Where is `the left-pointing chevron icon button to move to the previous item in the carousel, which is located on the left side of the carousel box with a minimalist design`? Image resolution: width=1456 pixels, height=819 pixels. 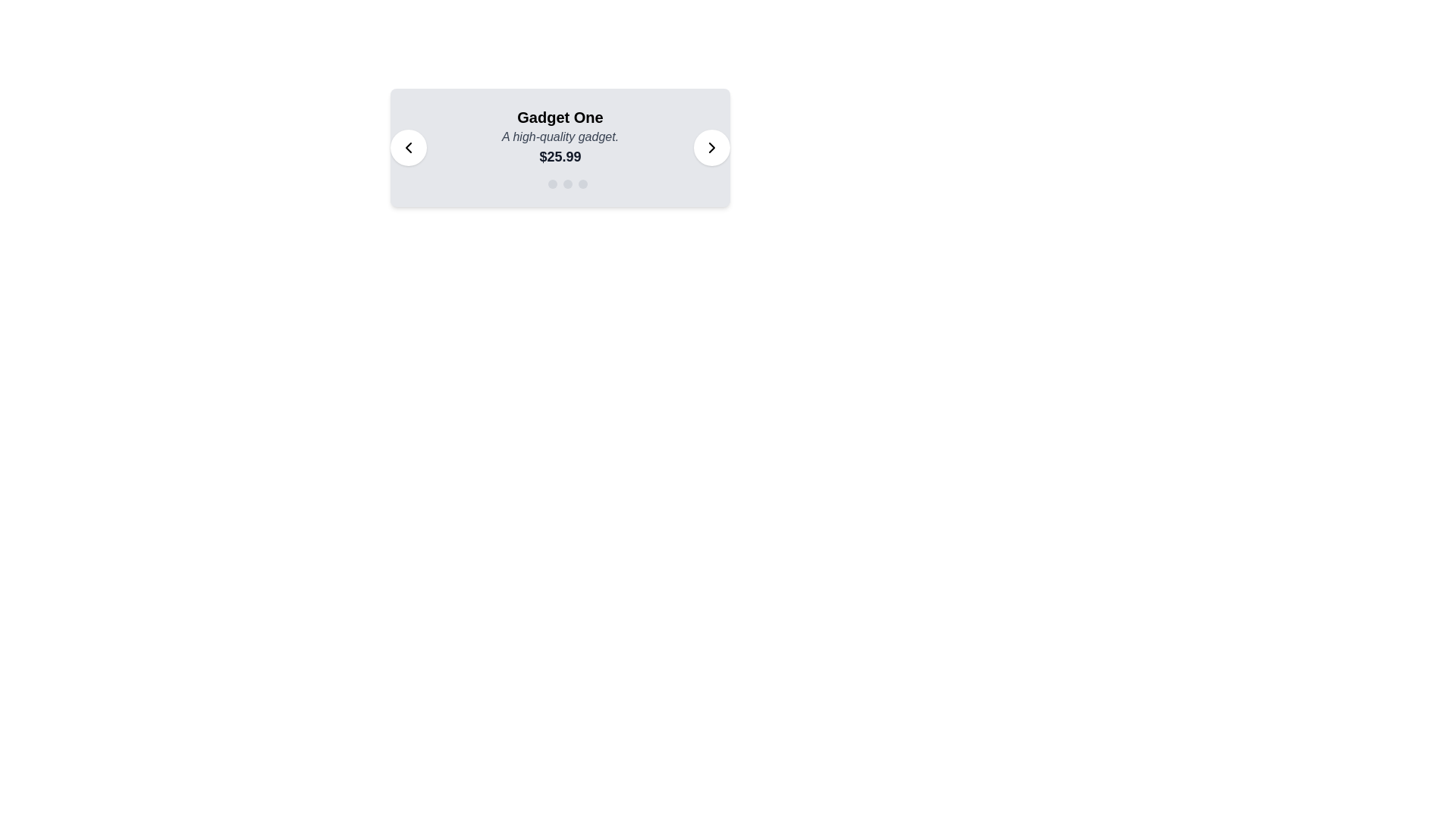
the left-pointing chevron icon button to move to the previous item in the carousel, which is located on the left side of the carousel box with a minimalist design is located at coordinates (408, 148).